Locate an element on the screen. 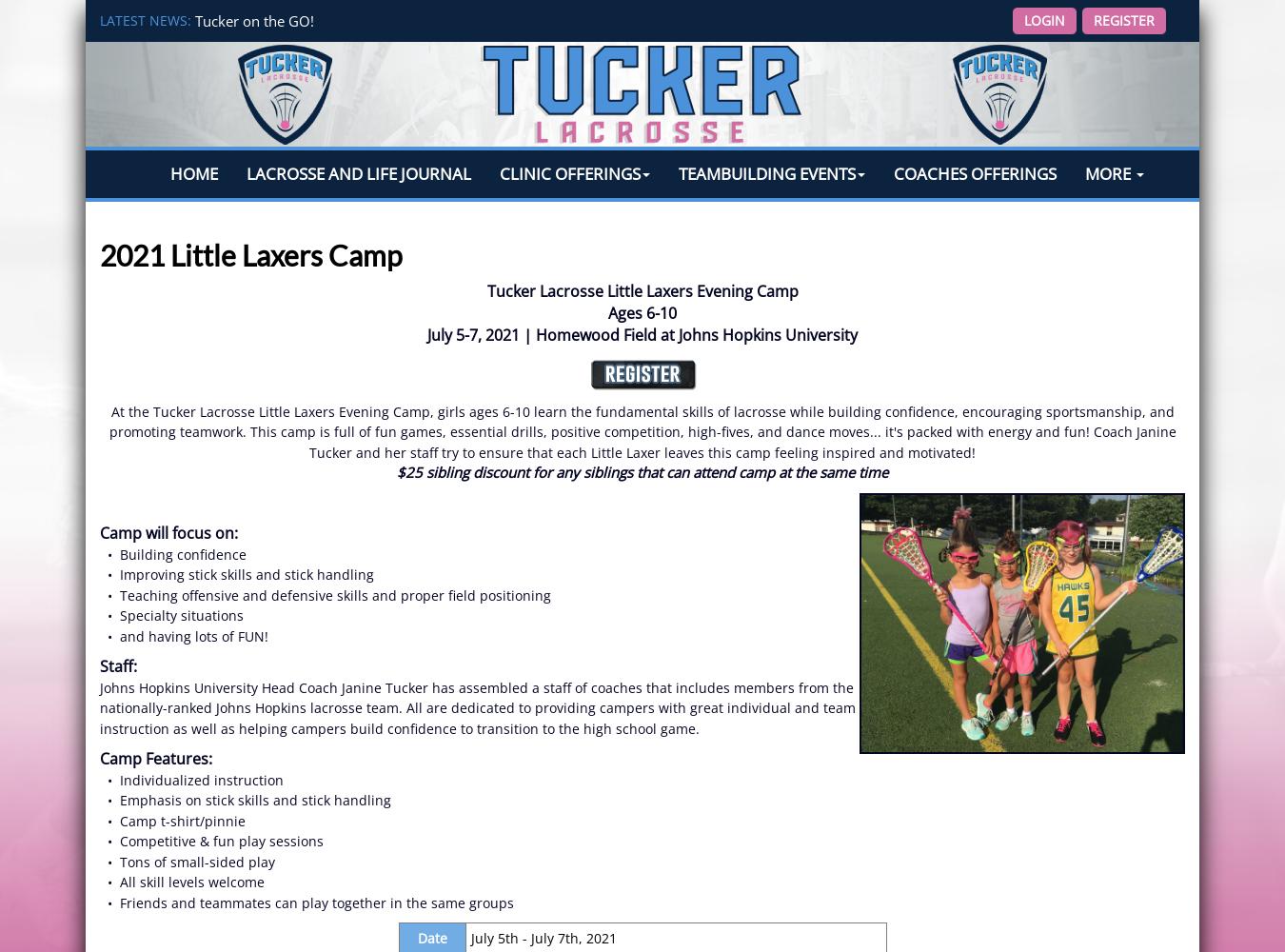 The height and width of the screenshot is (952, 1285). '•  Building confidence' is located at coordinates (172, 552).